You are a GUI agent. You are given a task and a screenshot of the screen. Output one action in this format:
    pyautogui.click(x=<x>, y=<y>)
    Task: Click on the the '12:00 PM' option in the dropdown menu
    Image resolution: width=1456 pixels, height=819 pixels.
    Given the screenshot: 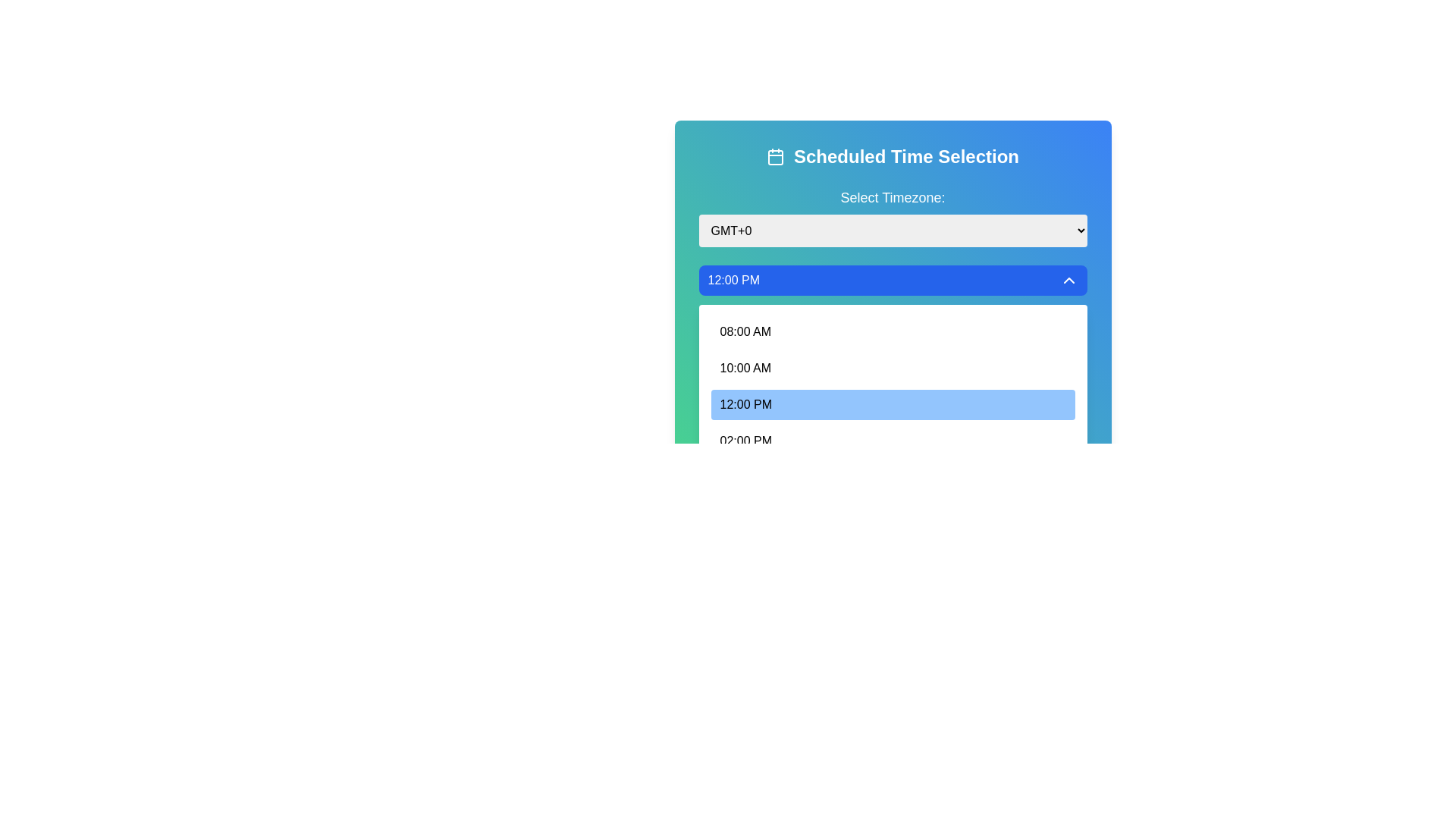 What is the action you would take?
    pyautogui.click(x=893, y=403)
    